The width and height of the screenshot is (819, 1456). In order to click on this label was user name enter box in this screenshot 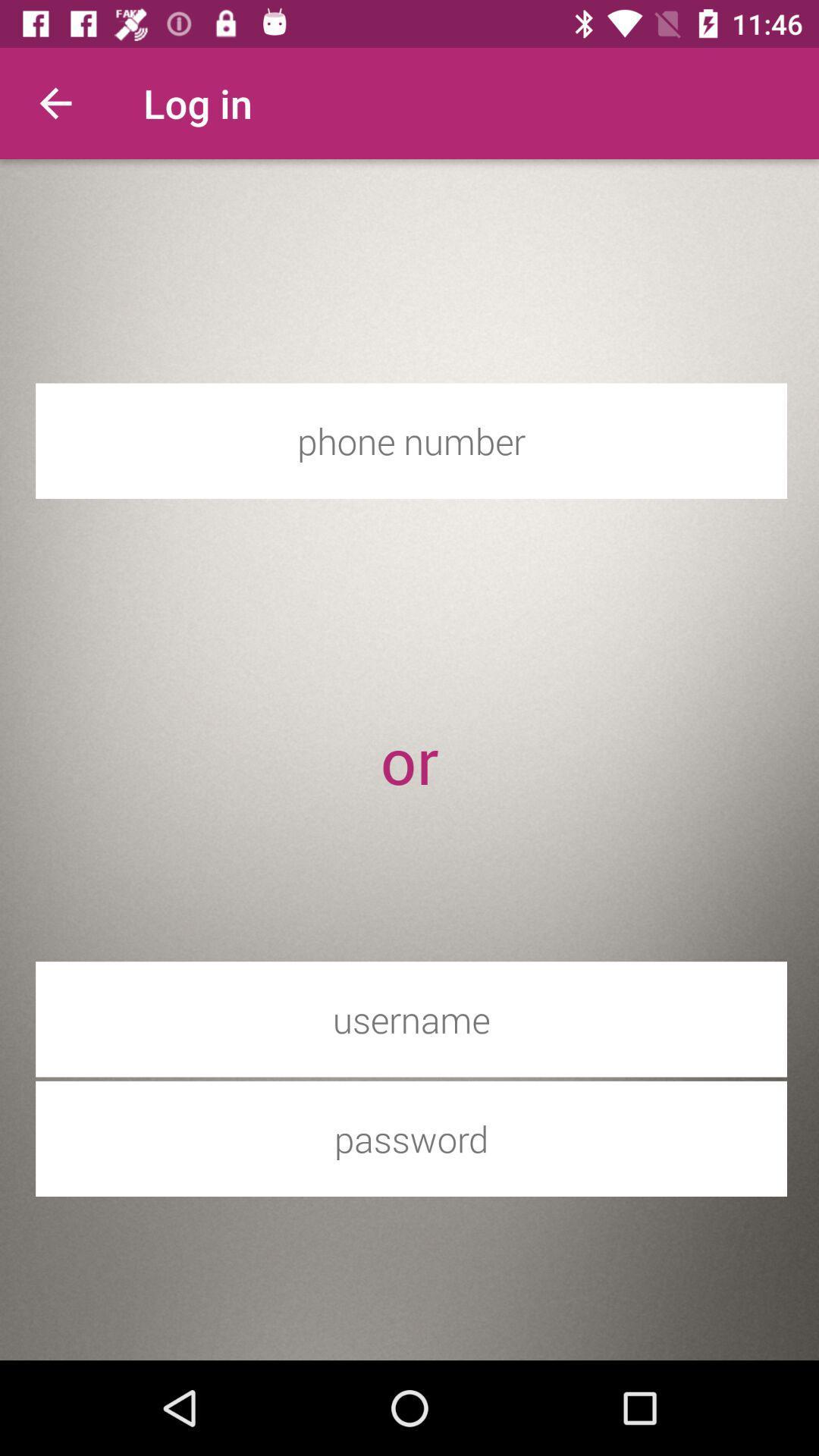, I will do `click(411, 1019)`.